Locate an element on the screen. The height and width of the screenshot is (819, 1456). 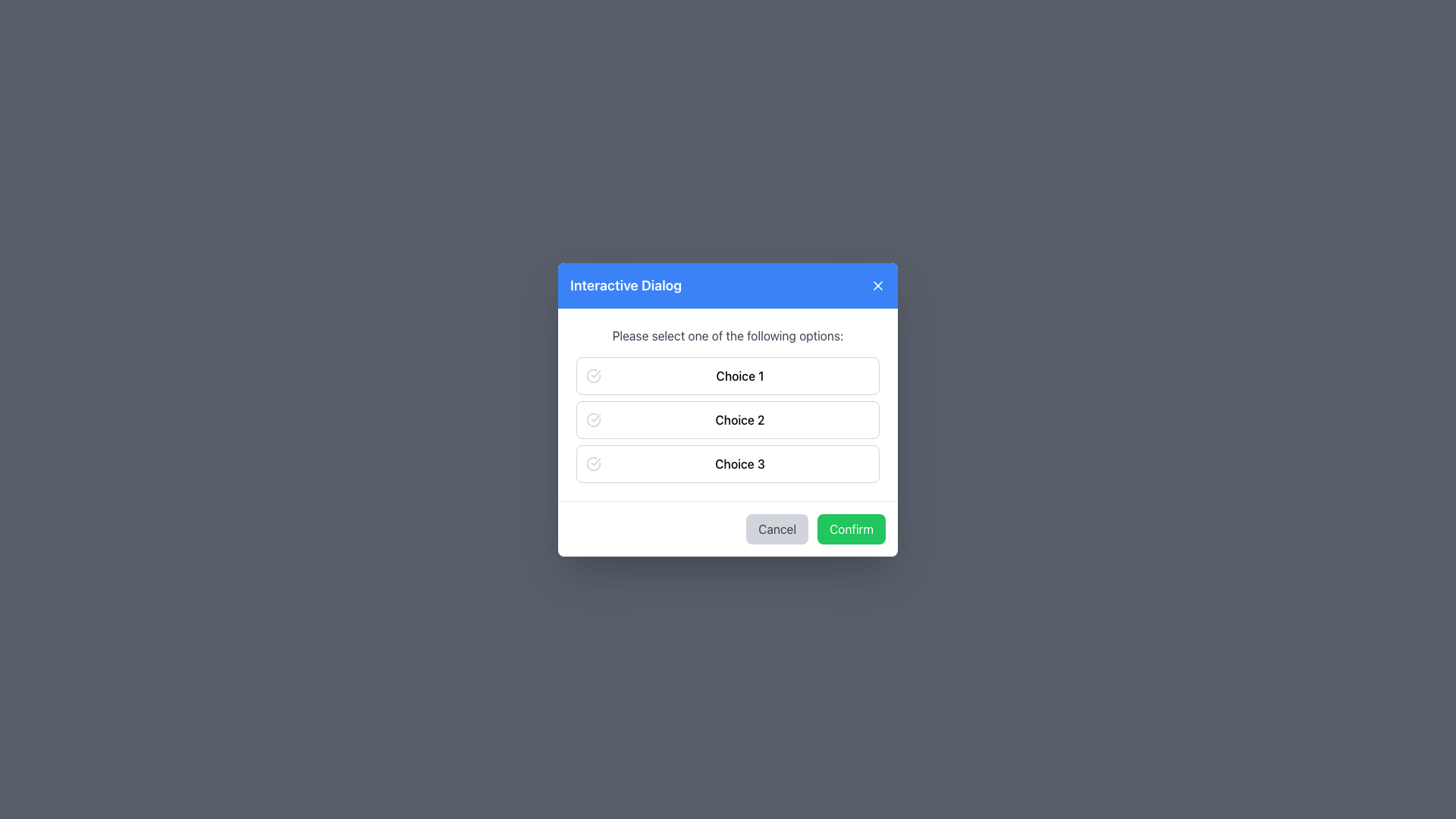
the white 'X' icon button in the upper-right corner of the dialog header is located at coordinates (877, 284).